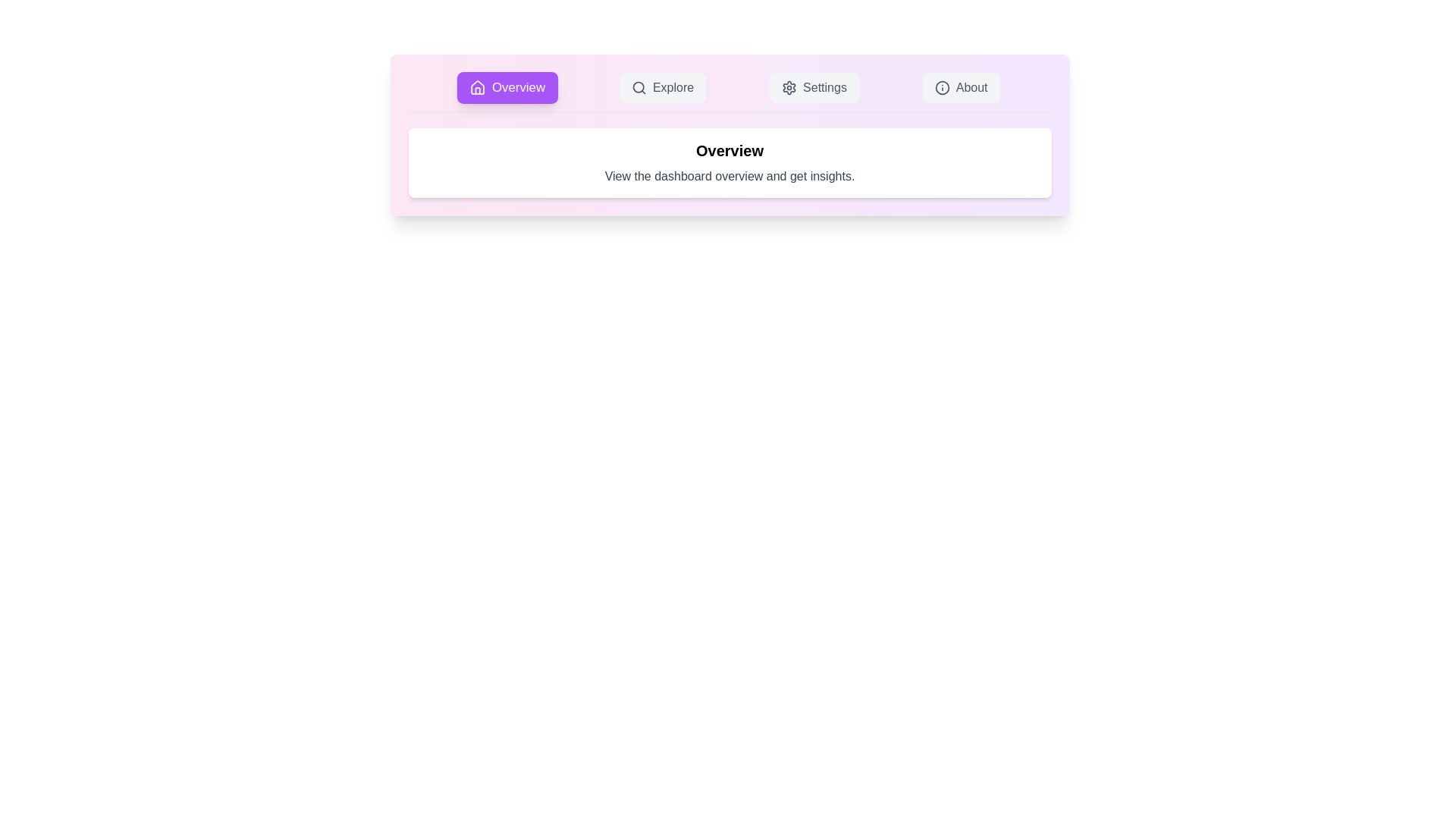 The image size is (1456, 819). Describe the element at coordinates (730, 163) in the screenshot. I see `the content area of the active tab to inspect or interact with it` at that location.